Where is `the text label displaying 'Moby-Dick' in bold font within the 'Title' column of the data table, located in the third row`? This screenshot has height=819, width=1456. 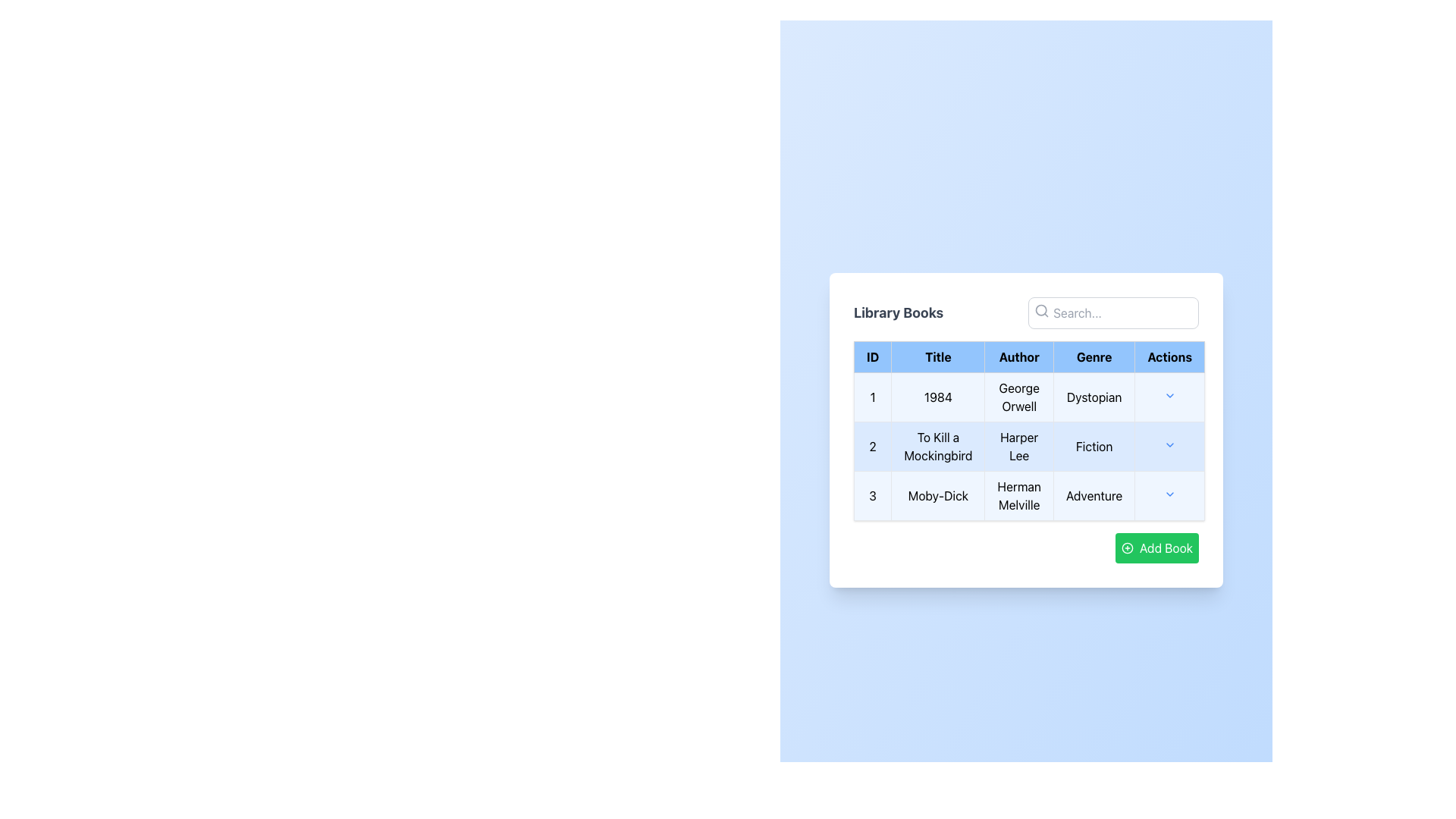 the text label displaying 'Moby-Dick' in bold font within the 'Title' column of the data table, located in the third row is located at coordinates (937, 495).